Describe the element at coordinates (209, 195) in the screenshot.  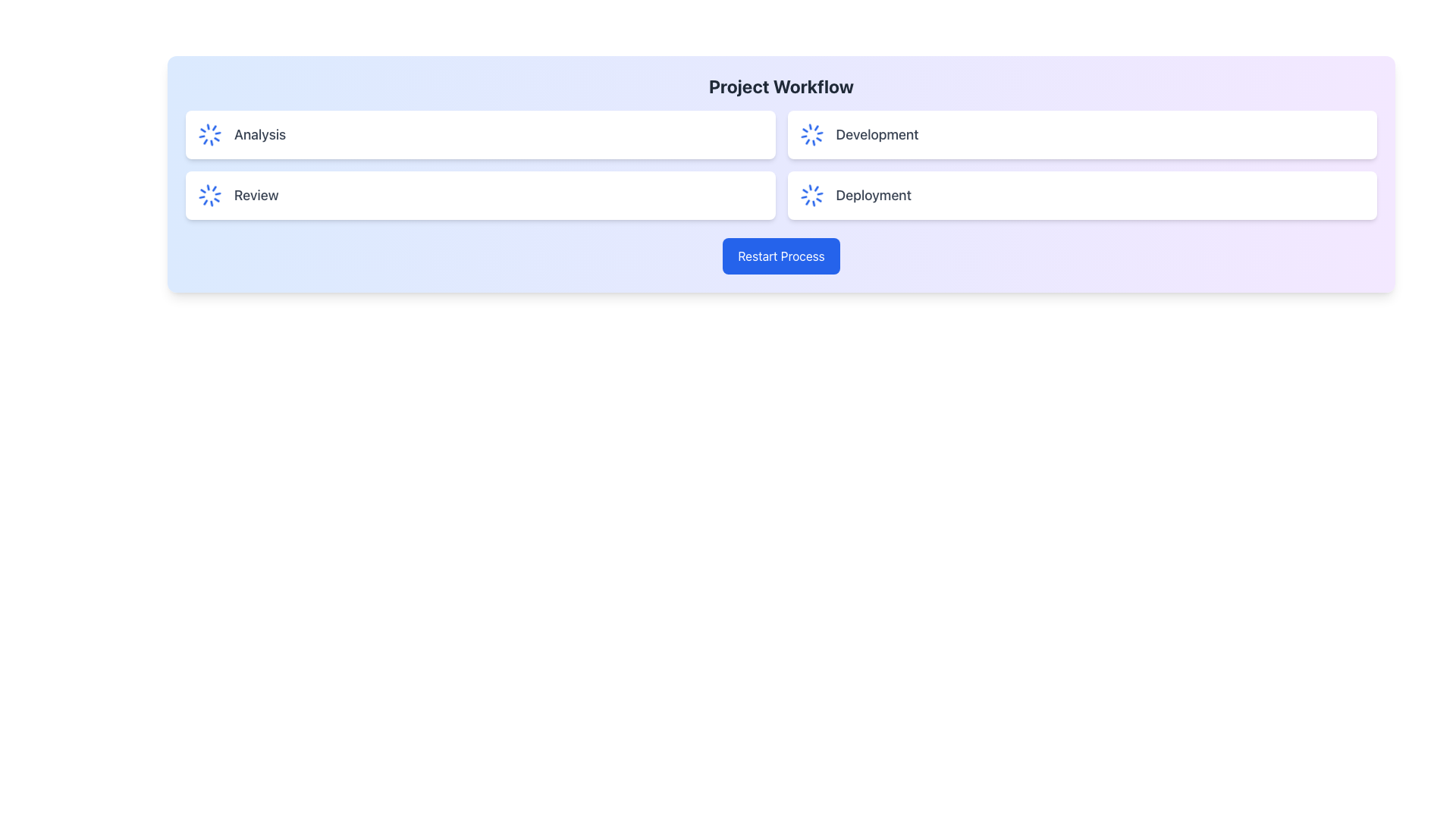
I see `the circular blue loading spinner located in the 'Review' section, positioned left of the text 'Review'` at that location.